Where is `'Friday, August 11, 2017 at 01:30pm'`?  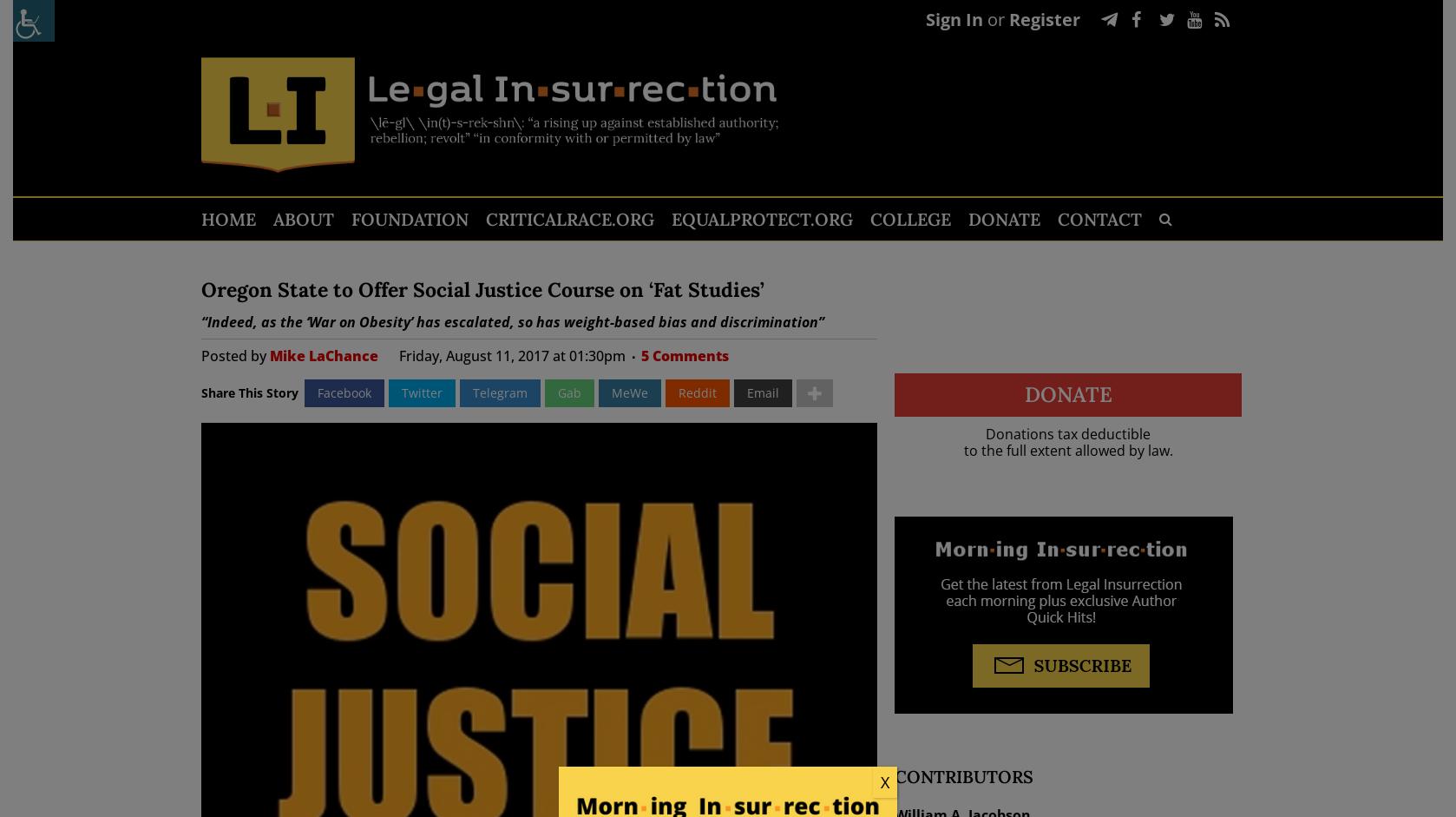 'Friday, August 11, 2017 at 01:30pm' is located at coordinates (510, 354).